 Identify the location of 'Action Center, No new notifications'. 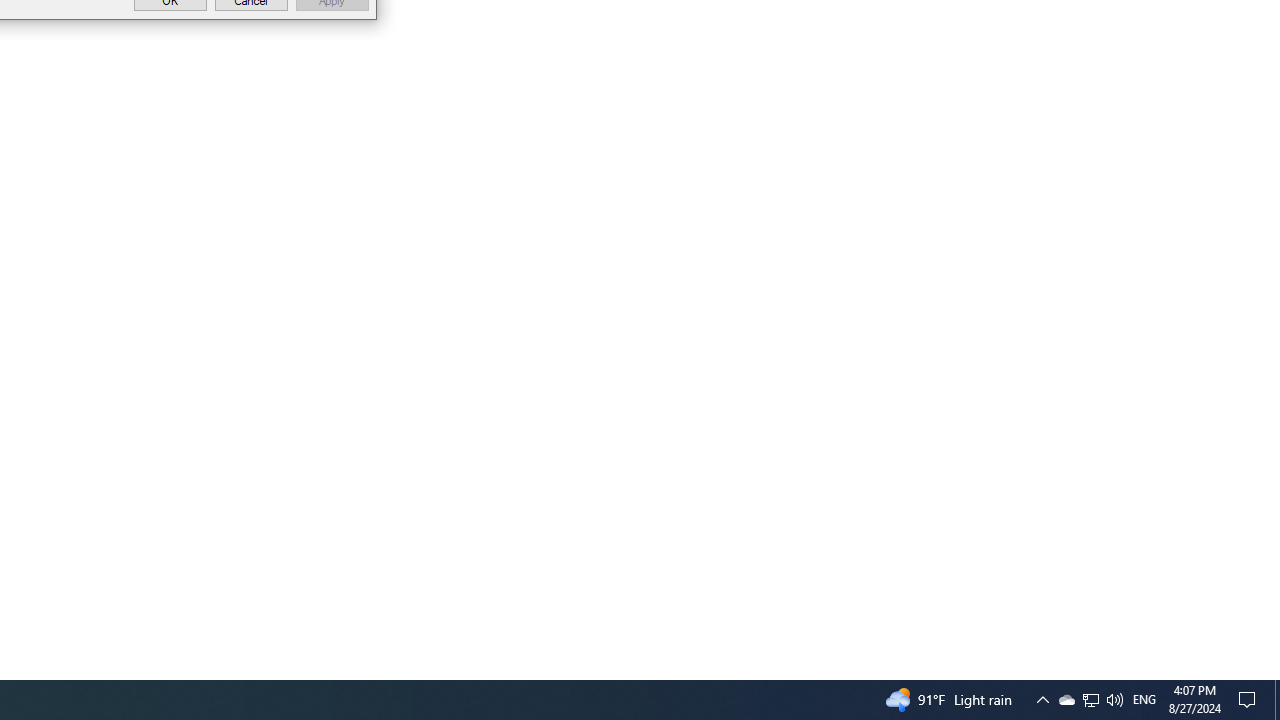
(1250, 698).